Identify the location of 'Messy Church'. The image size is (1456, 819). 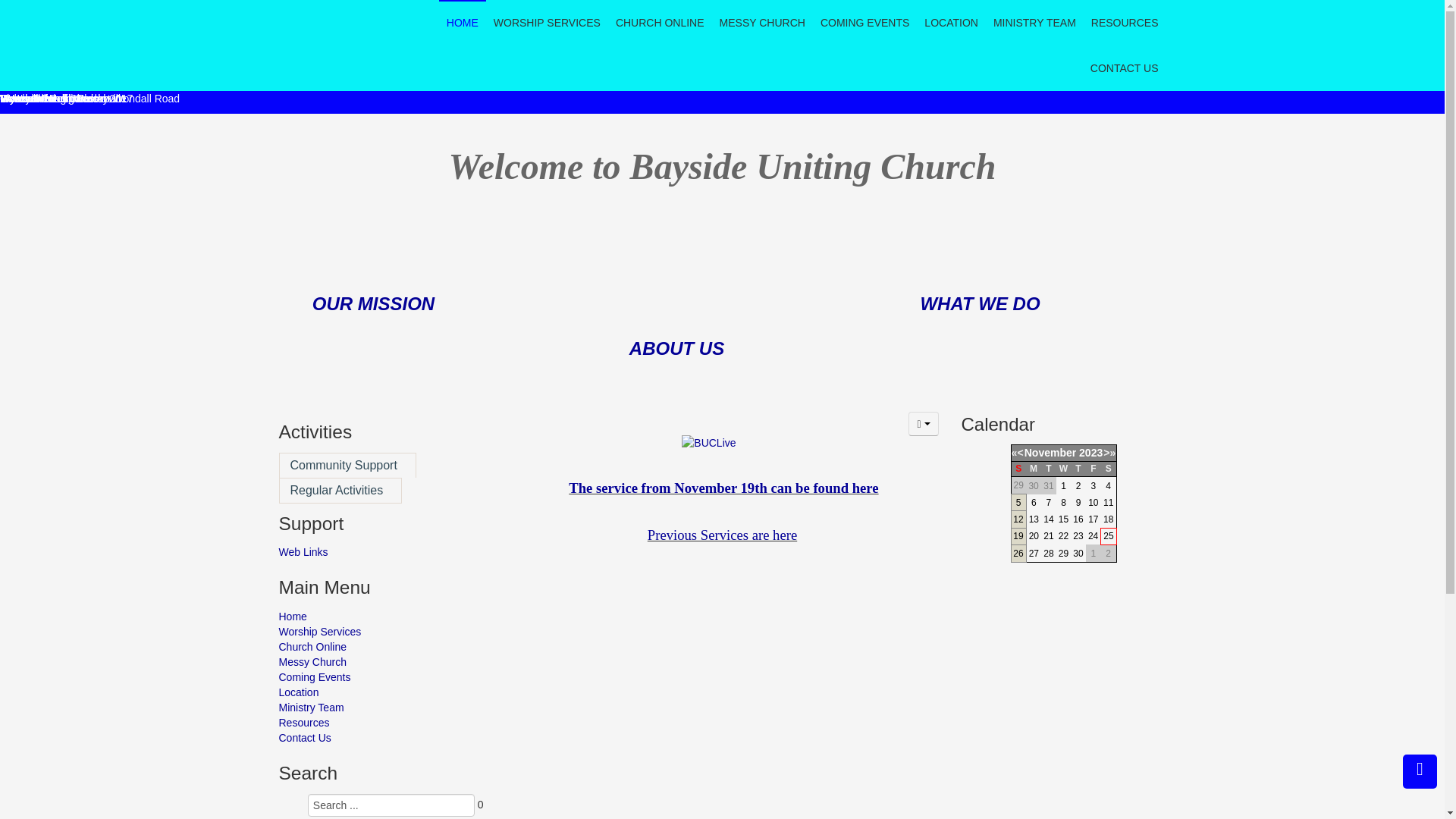
(381, 661).